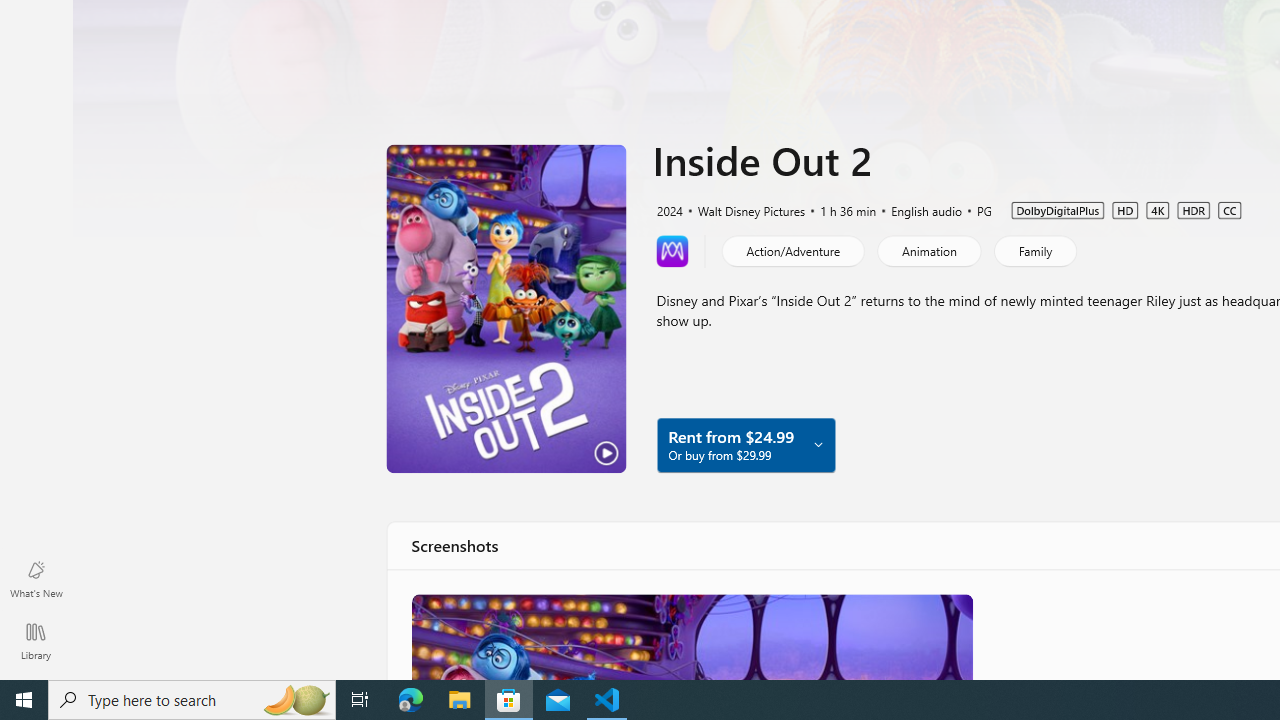 Image resolution: width=1280 pixels, height=720 pixels. What do you see at coordinates (927, 249) in the screenshot?
I see `'Animation'` at bounding box center [927, 249].